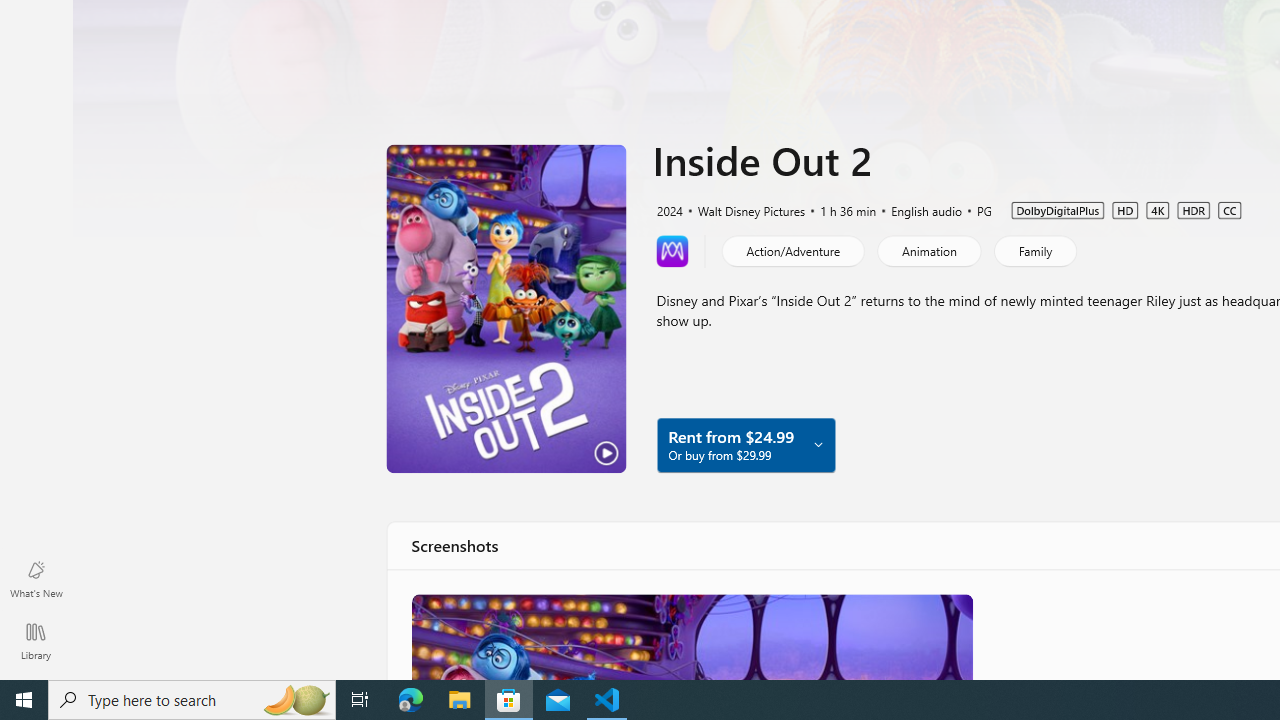 Image resolution: width=1280 pixels, height=720 pixels. What do you see at coordinates (927, 249) in the screenshot?
I see `'Animation'` at bounding box center [927, 249].